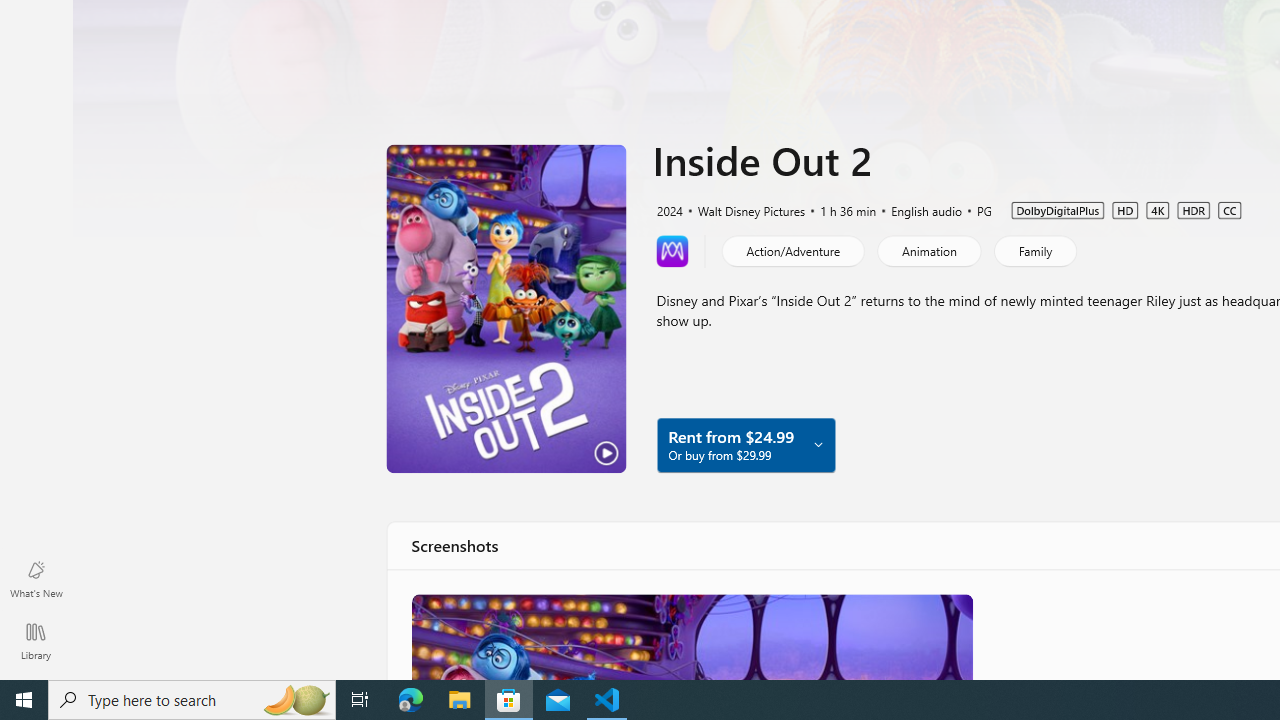 Image resolution: width=1280 pixels, height=720 pixels. What do you see at coordinates (927, 249) in the screenshot?
I see `'Animation'` at bounding box center [927, 249].